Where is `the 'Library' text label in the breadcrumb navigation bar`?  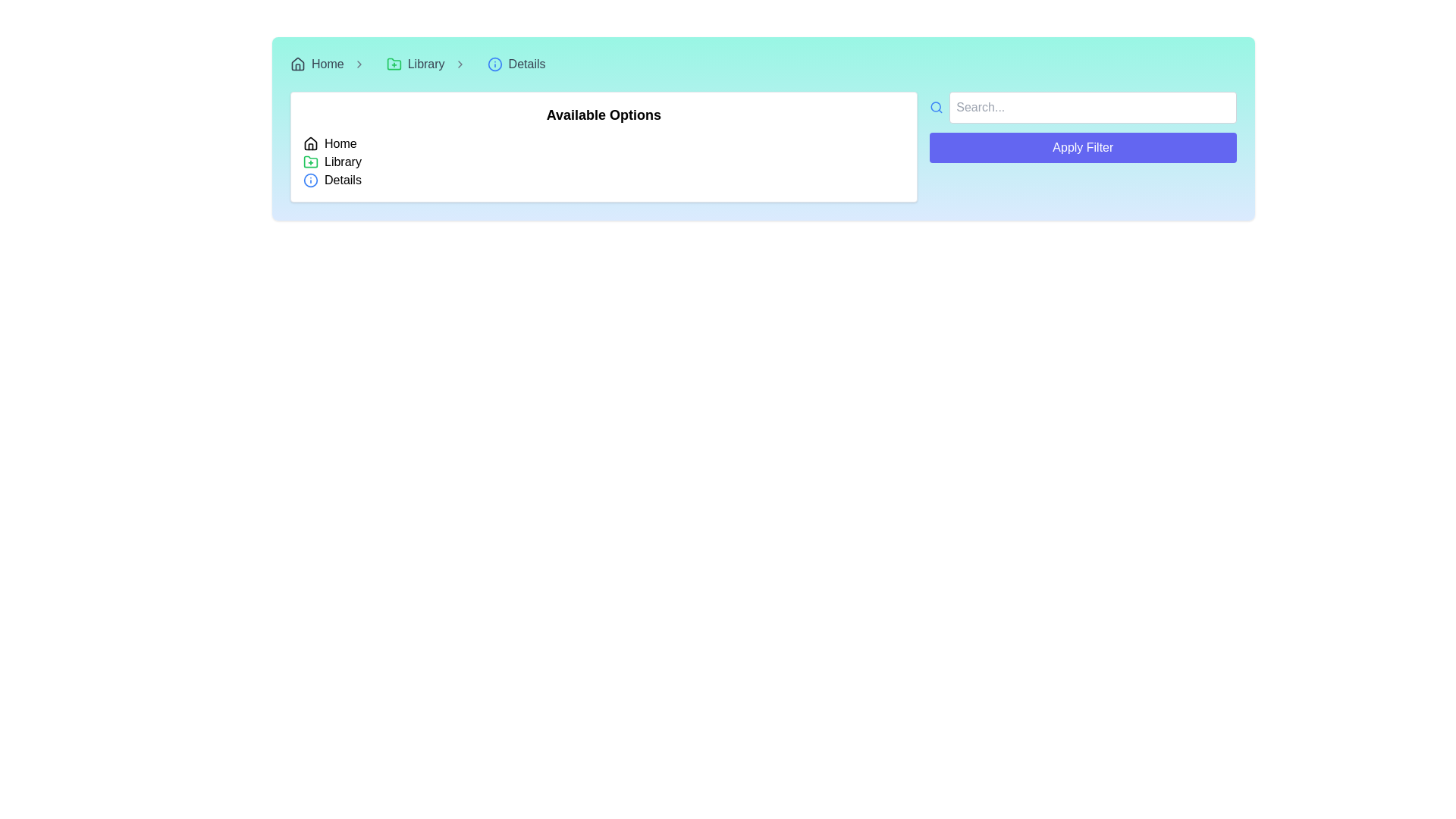
the 'Library' text label in the breadcrumb navigation bar is located at coordinates (425, 63).